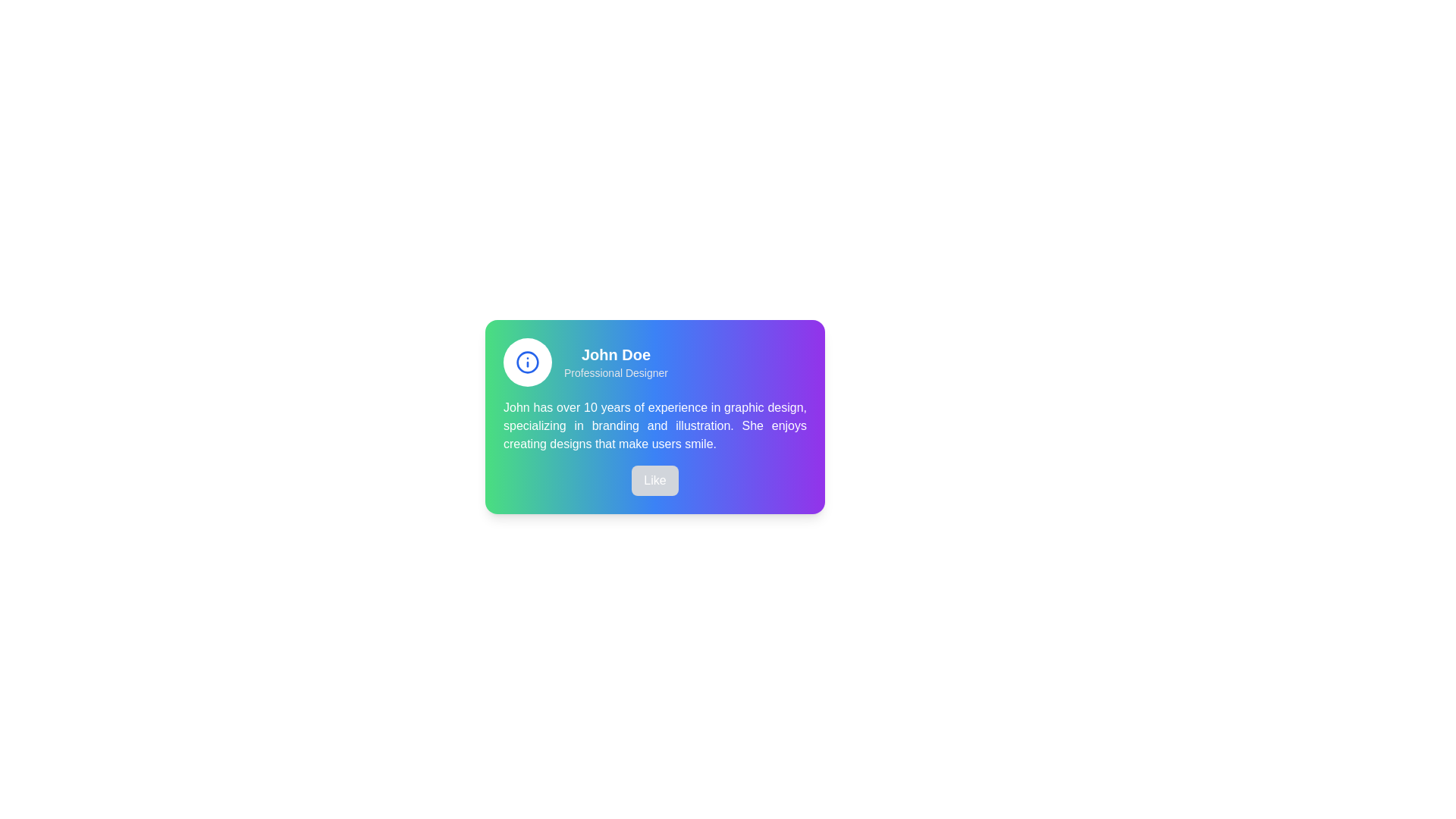 The image size is (1456, 819). What do you see at coordinates (655, 480) in the screenshot?
I see `the 'Like' button with rounded corners, styled in light gray with white text, located at the bottom center of a card layout about designer John Doe` at bounding box center [655, 480].